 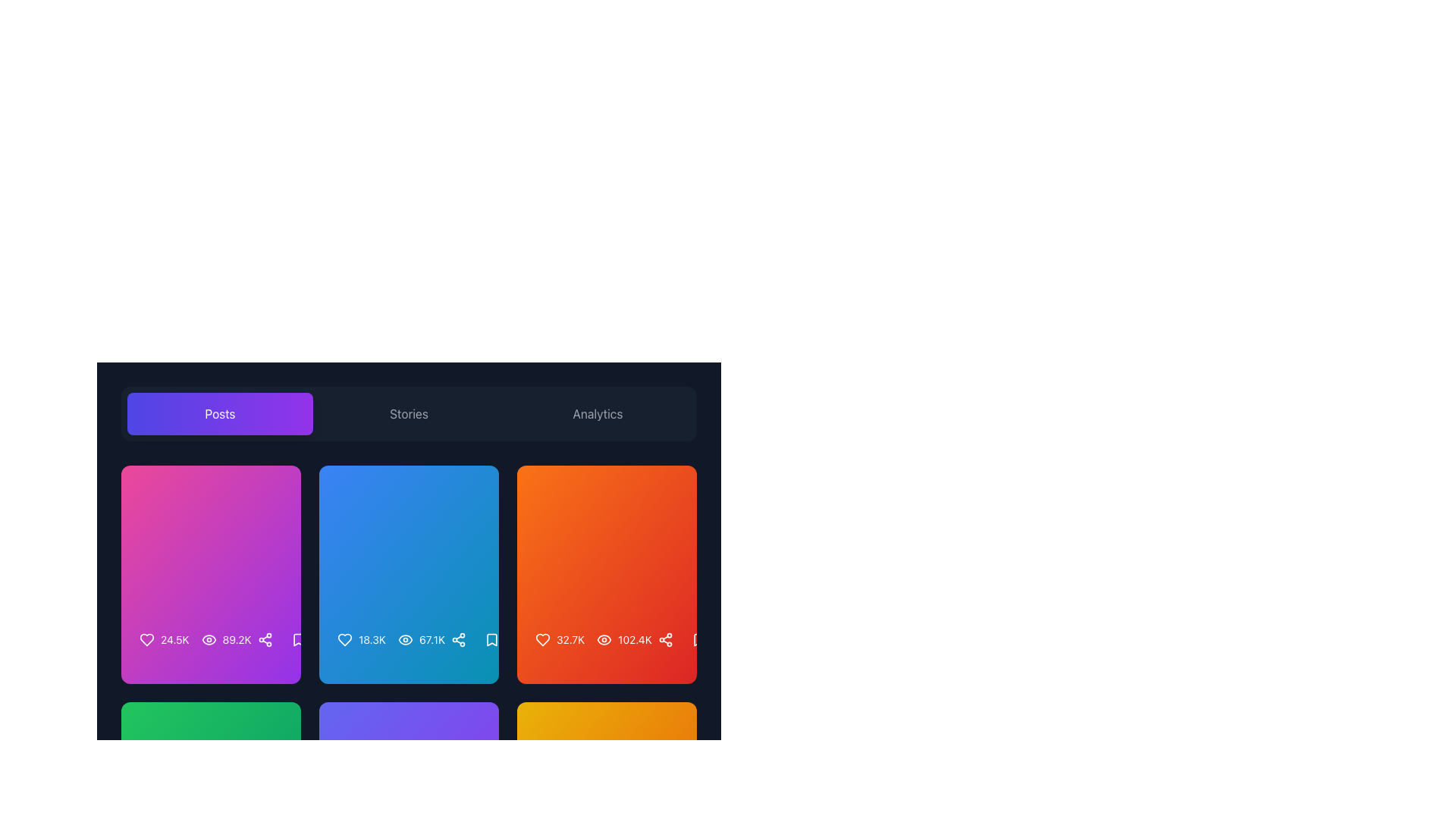 What do you see at coordinates (146, 640) in the screenshot?
I see `the heart-shaped icon with a white stroke against a pink background located in the bottom-left corner of the first card to like or unlike the content` at bounding box center [146, 640].